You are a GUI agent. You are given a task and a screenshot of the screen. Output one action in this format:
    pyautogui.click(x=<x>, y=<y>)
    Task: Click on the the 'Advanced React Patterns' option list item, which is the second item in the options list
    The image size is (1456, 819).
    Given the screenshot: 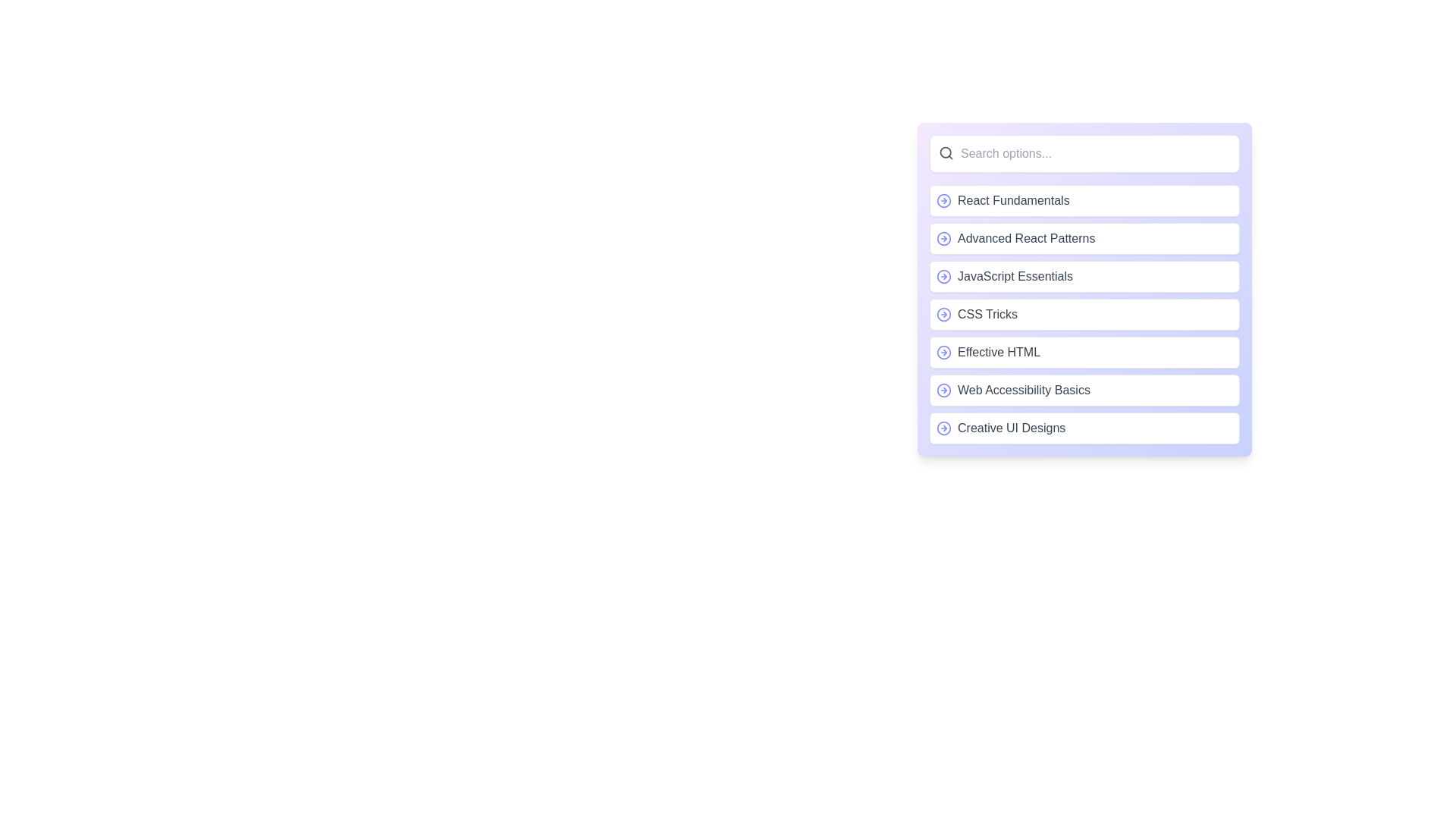 What is the action you would take?
    pyautogui.click(x=1084, y=239)
    